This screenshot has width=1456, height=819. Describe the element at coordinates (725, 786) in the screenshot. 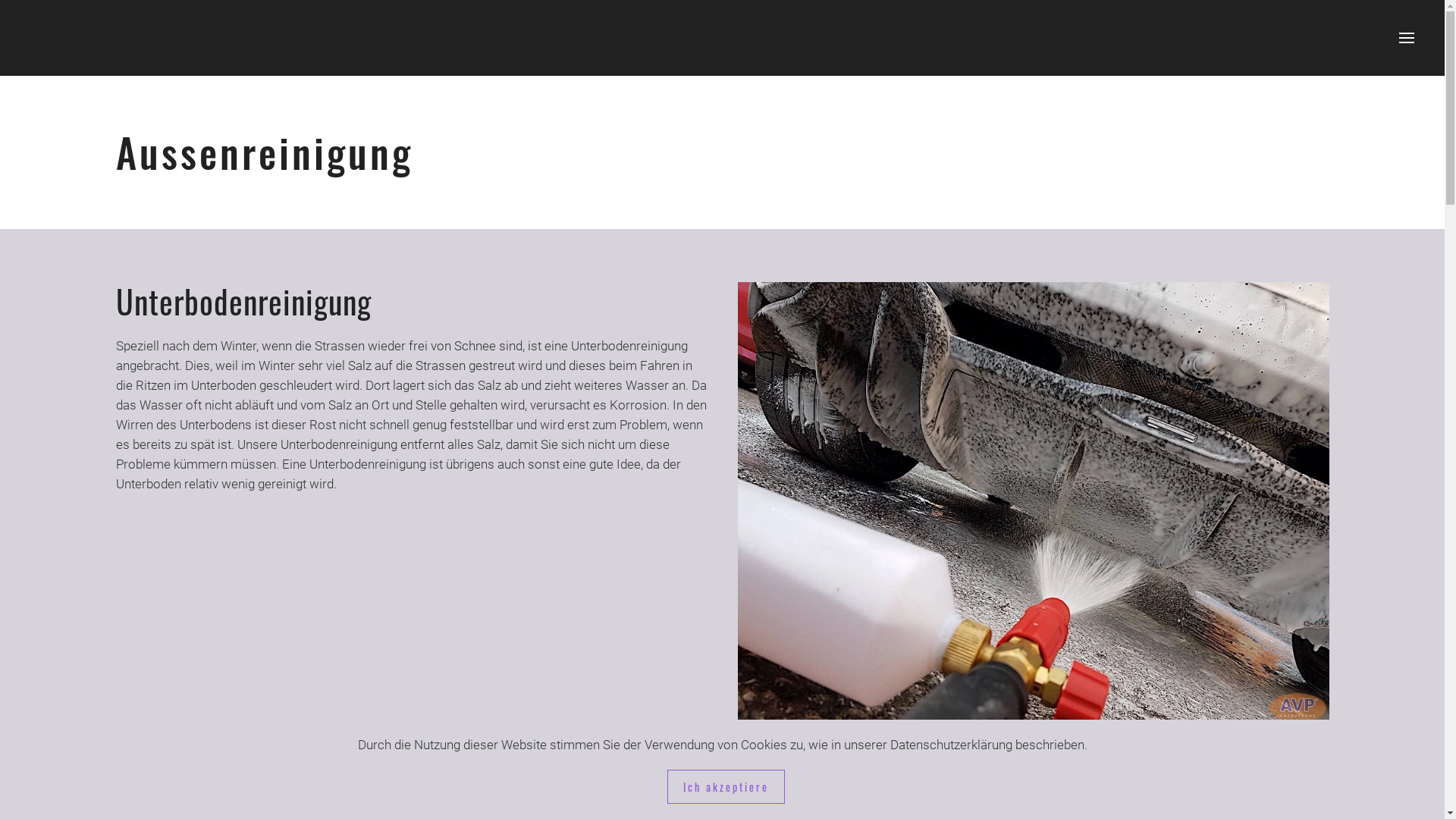

I see `'Ich akzeptiere'` at that location.